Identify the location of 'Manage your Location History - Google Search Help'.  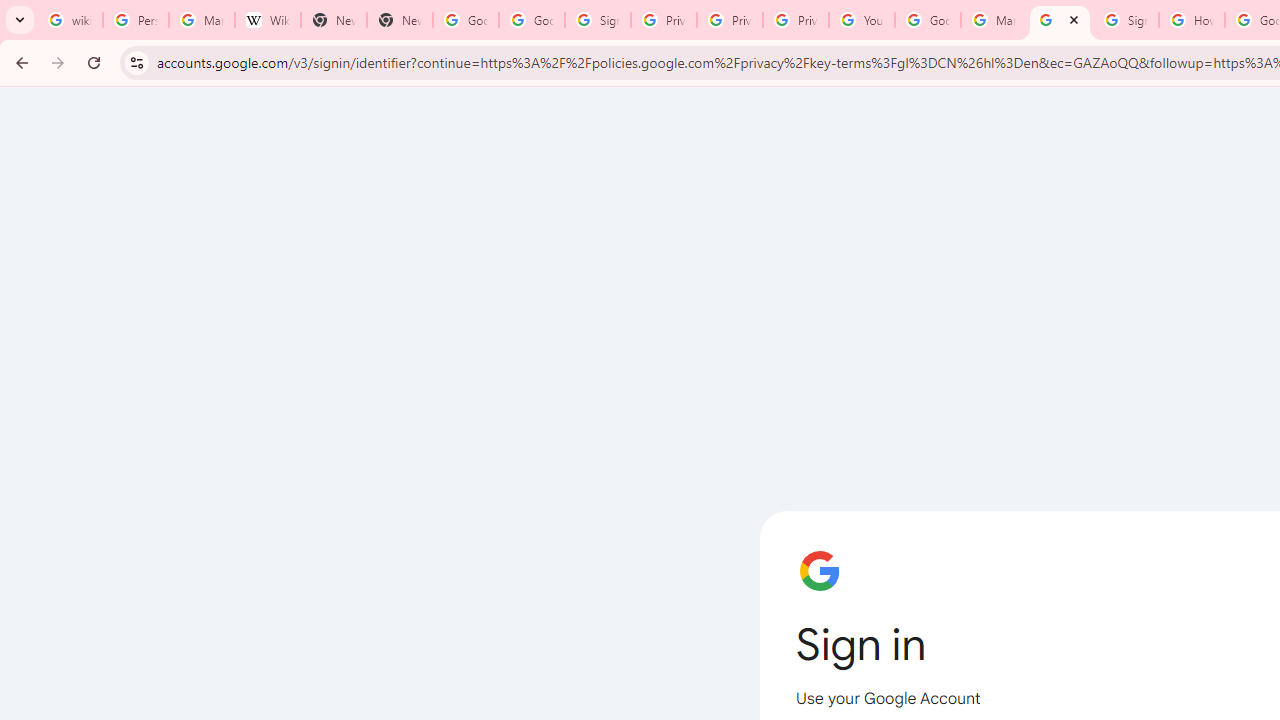
(202, 20).